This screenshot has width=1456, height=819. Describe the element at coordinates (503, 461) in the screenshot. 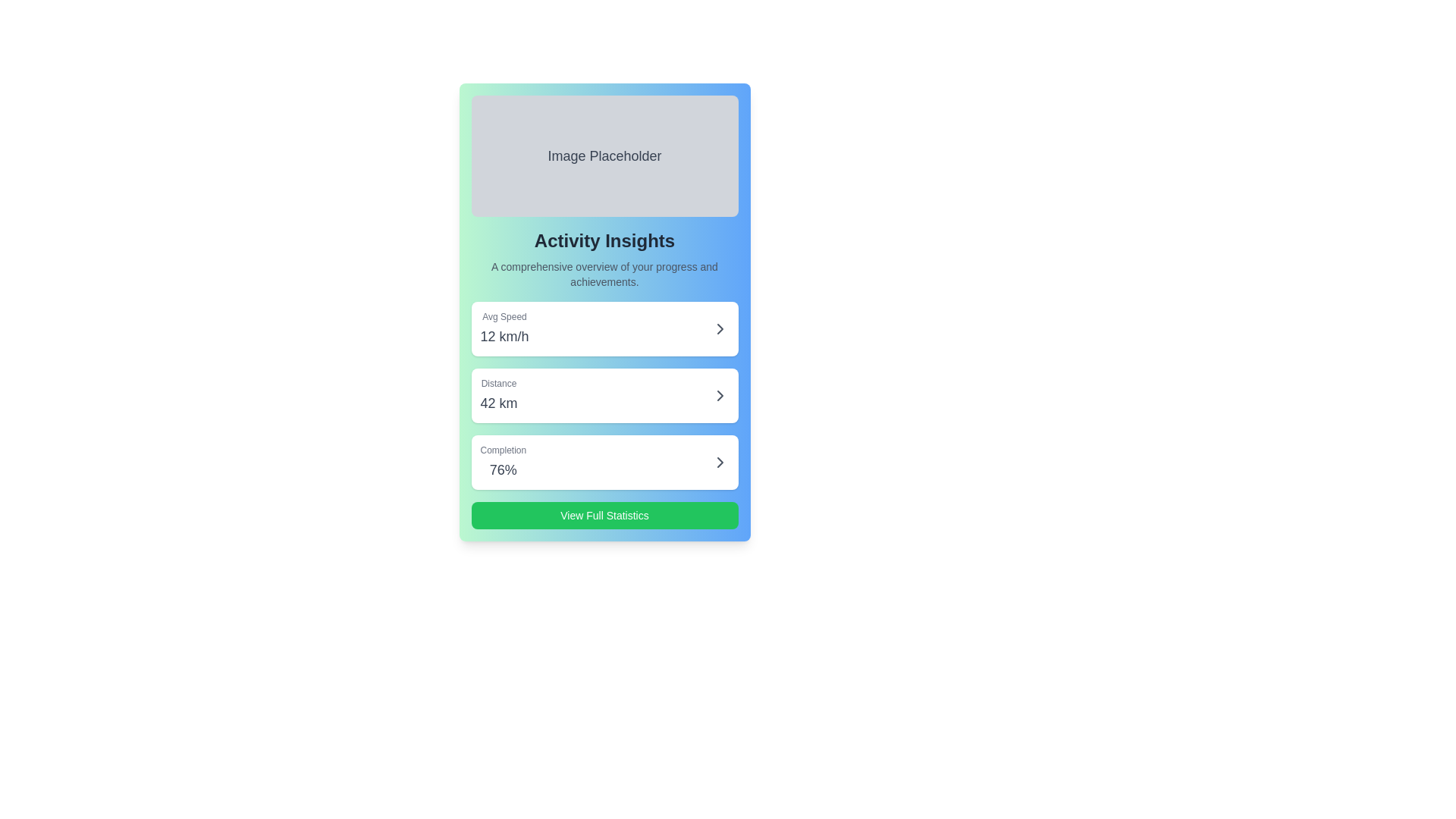

I see `percentage completion value from the informational text group displaying '76%' within the 'Activity Insights' section` at that location.